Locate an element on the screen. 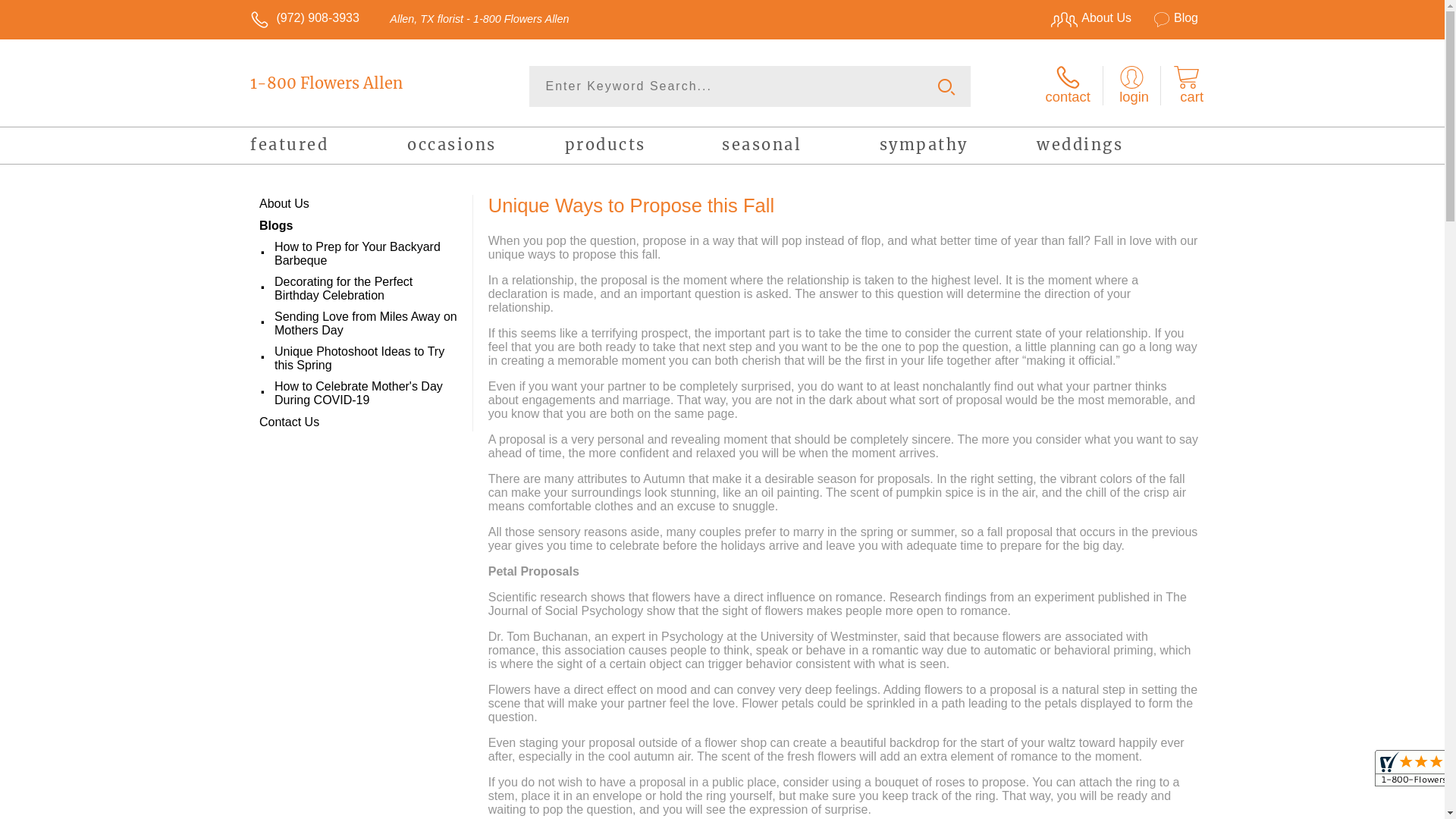 The width and height of the screenshot is (1456, 819). 'Decorating for the Perfect Birthday Celebration' is located at coordinates (367, 289).